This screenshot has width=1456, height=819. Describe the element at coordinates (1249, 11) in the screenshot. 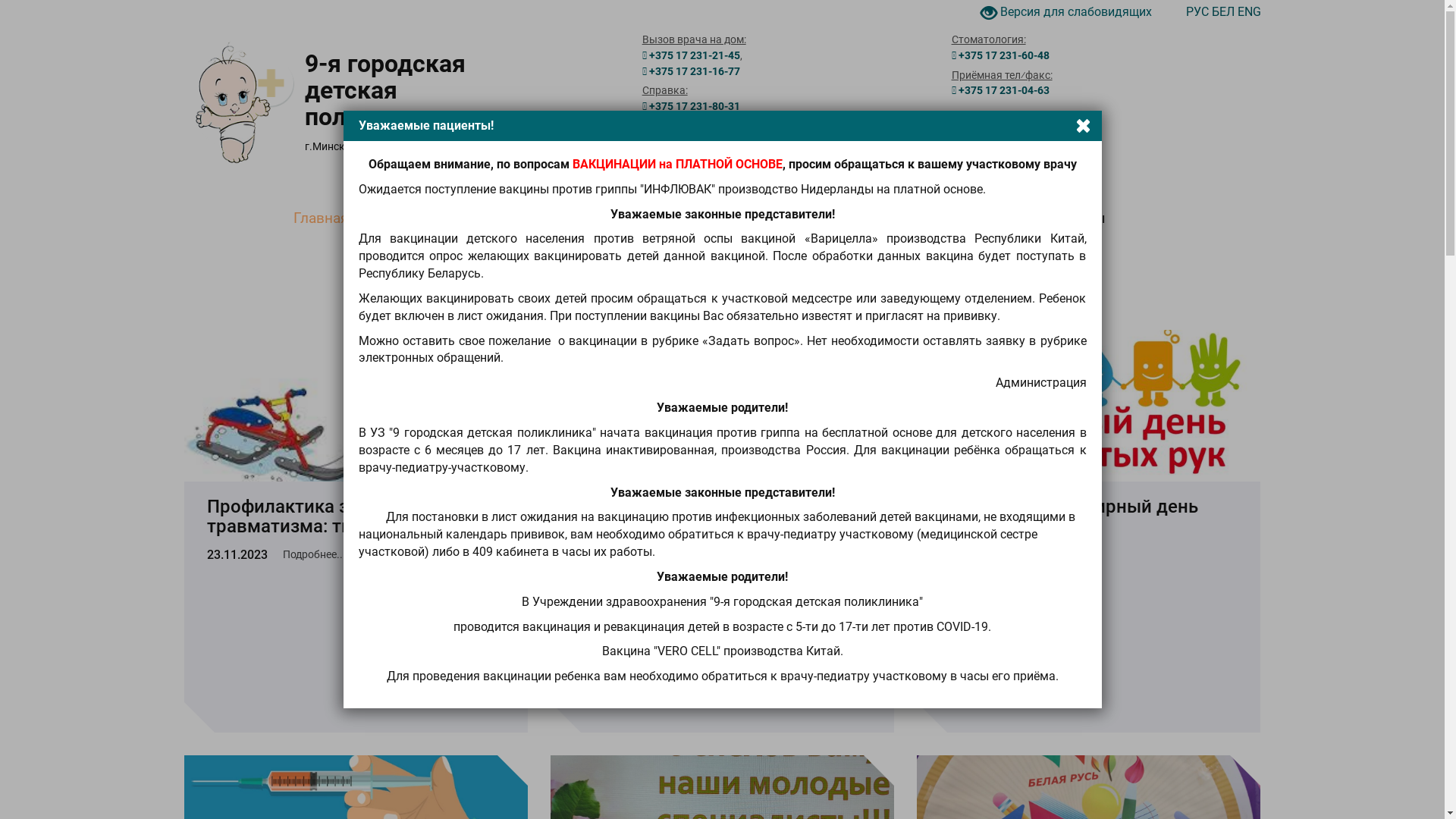

I see `'ENG'` at that location.